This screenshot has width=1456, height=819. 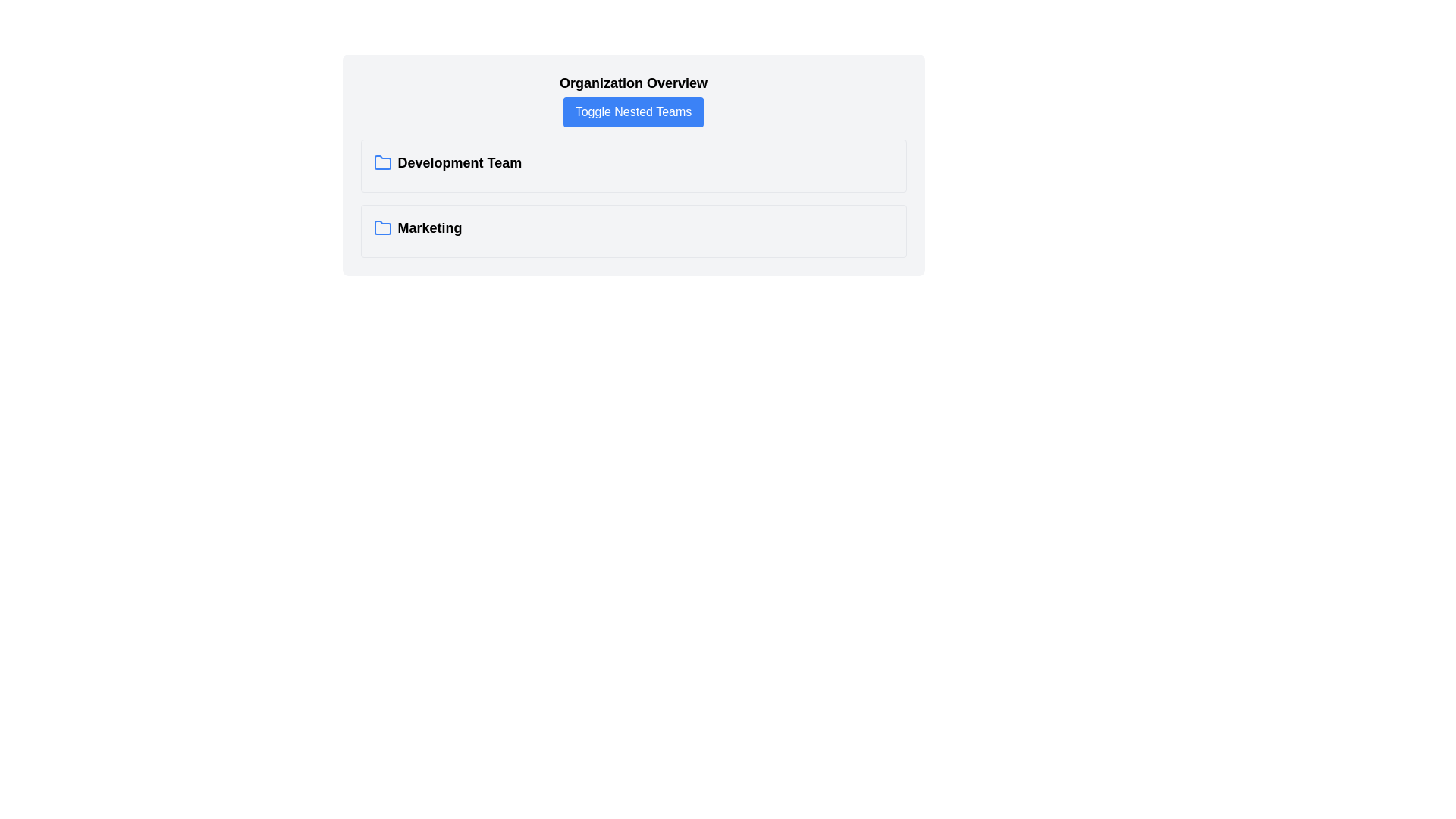 I want to click on the folder icon representing the 'Development Team' section, which is located to the left of the 'Development Team' text, so click(x=382, y=163).